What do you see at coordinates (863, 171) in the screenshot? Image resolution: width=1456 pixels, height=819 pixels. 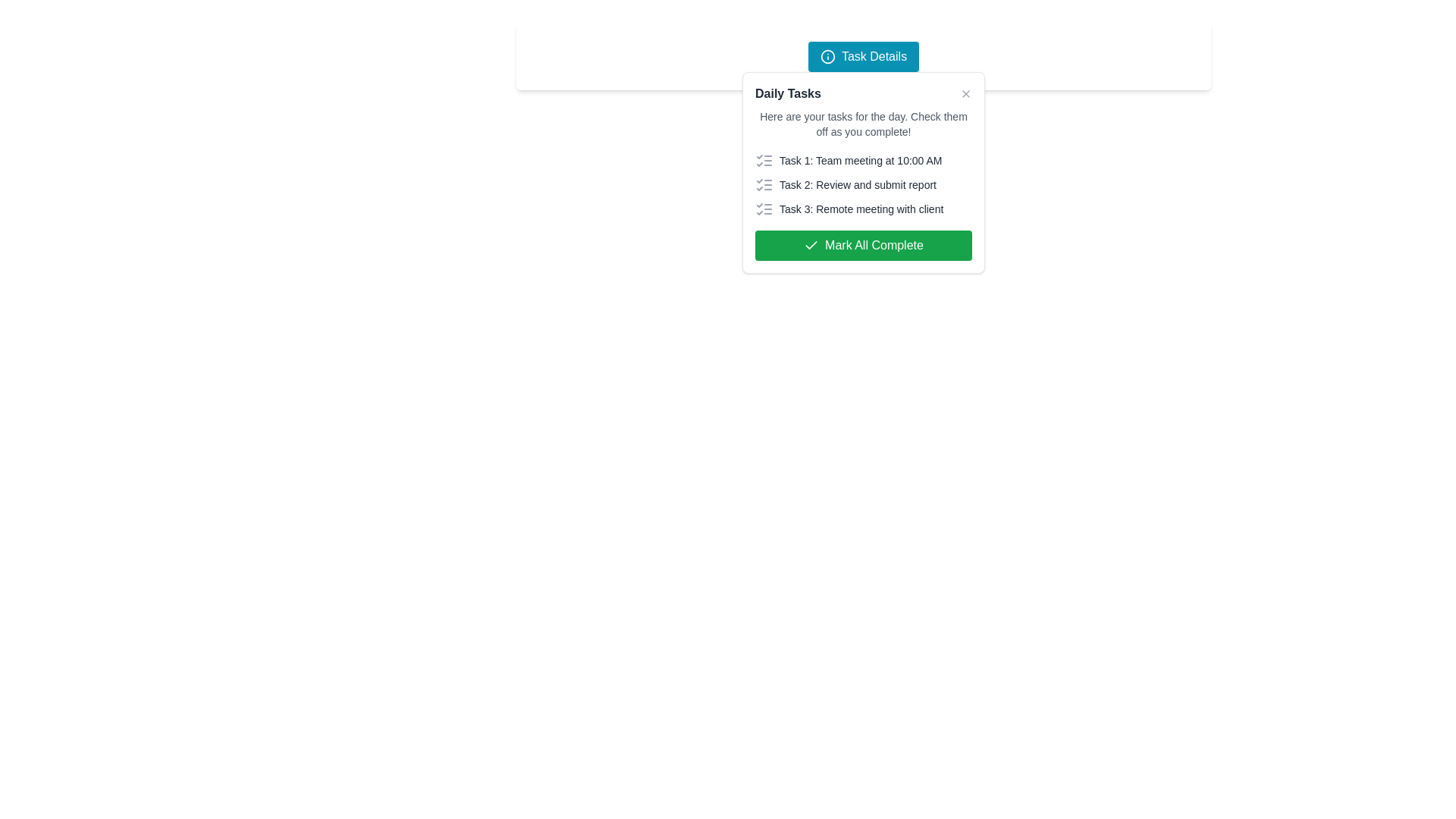 I see `or click on individual tasks within the composite UI component that displays a list of daily tasks for user interaction` at bounding box center [863, 171].